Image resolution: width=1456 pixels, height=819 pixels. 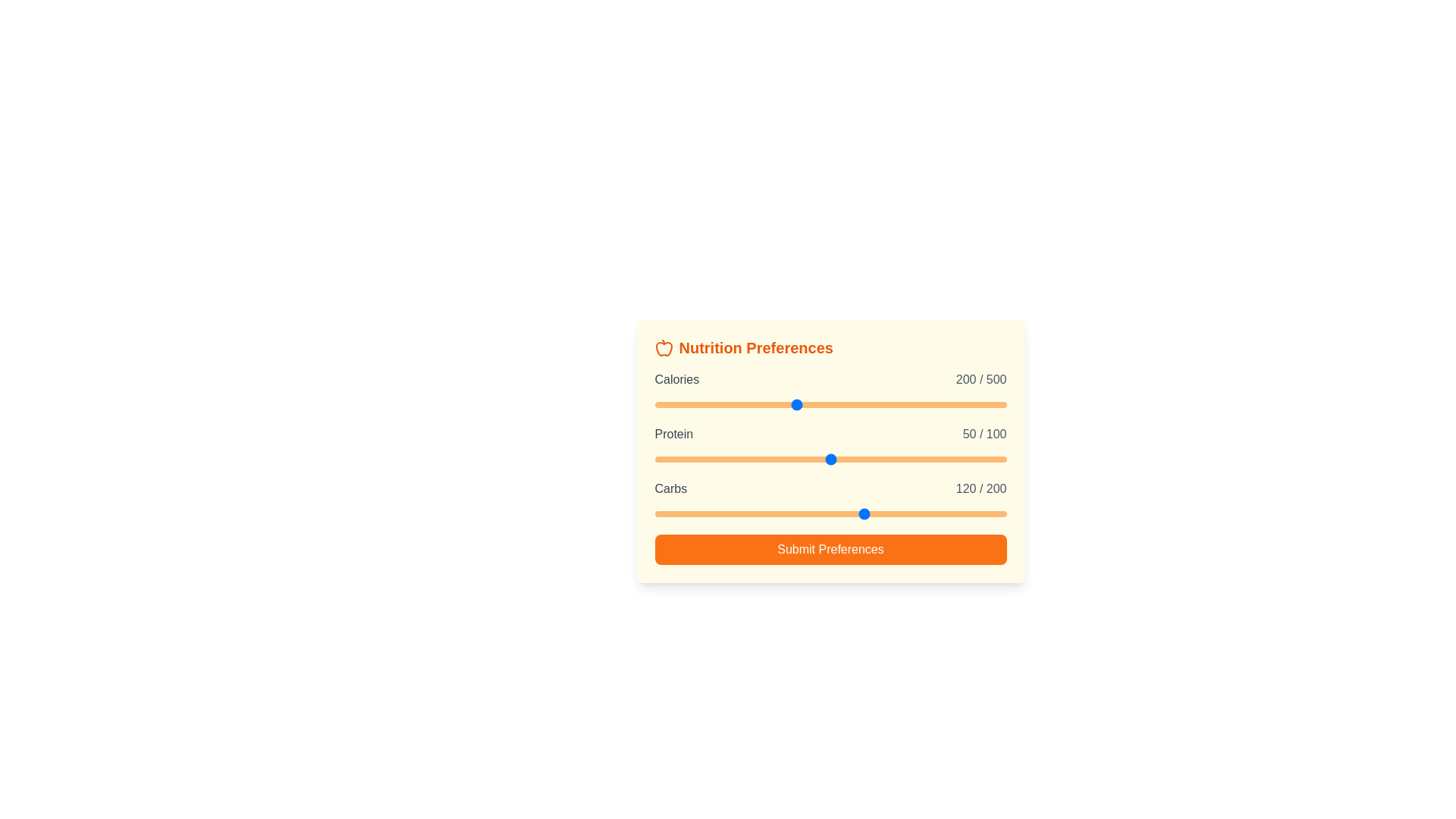 What do you see at coordinates (956, 458) in the screenshot?
I see `the protein value` at bounding box center [956, 458].